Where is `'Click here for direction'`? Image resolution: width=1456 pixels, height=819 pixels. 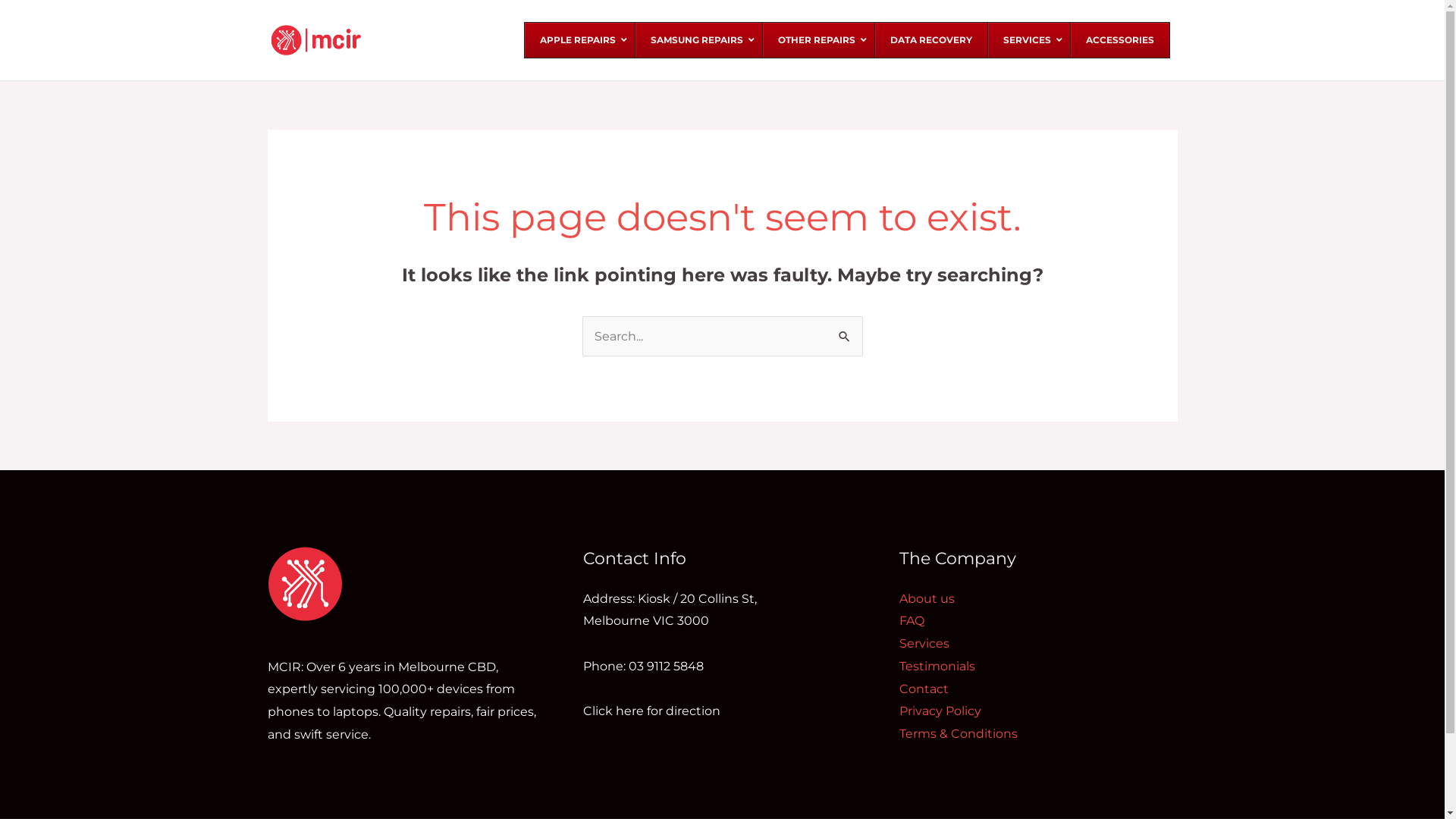 'Click here for direction' is located at coordinates (582, 721).